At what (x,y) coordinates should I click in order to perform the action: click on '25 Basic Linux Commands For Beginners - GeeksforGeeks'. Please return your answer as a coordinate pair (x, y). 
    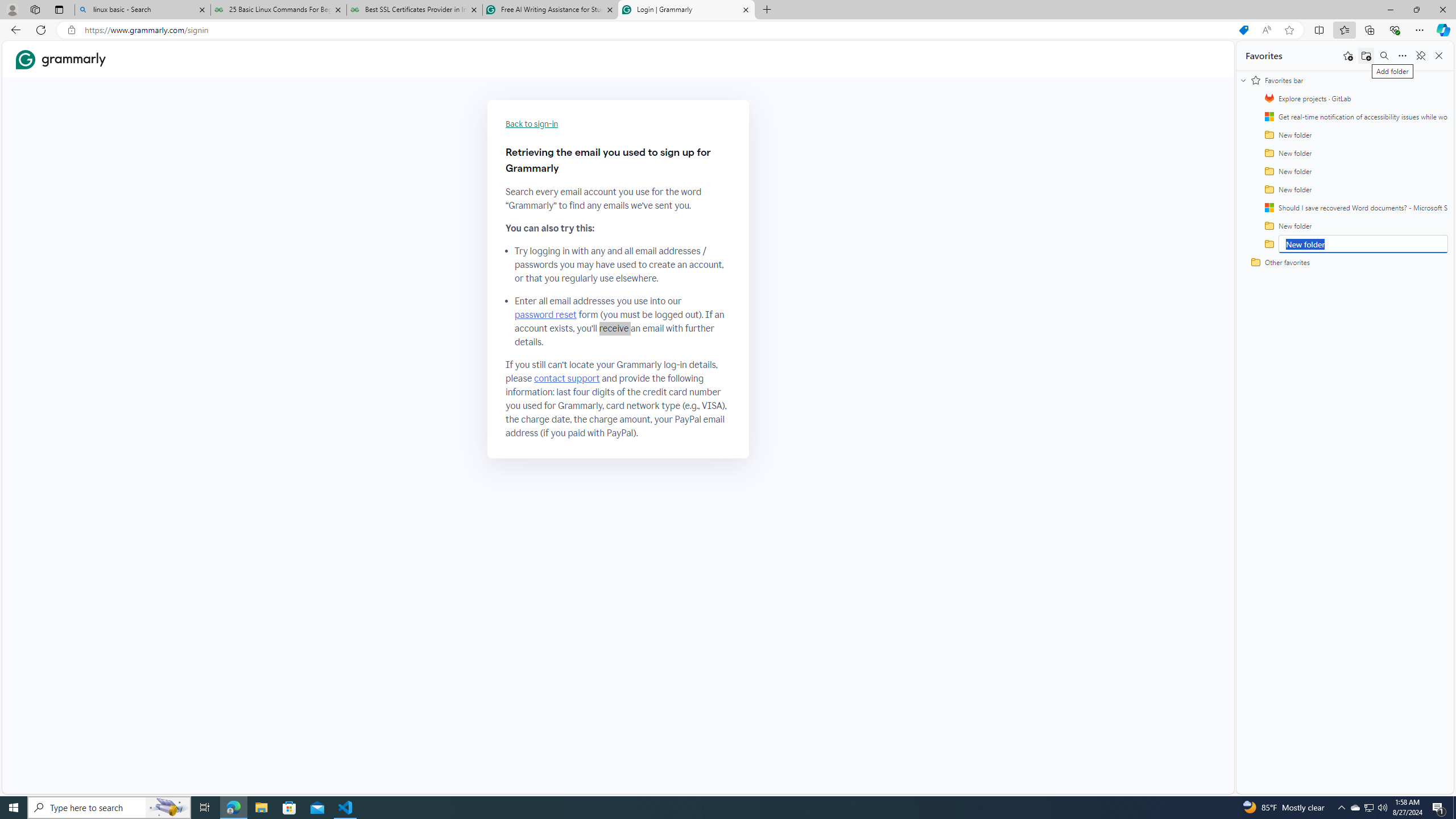
    Looking at the image, I should click on (278, 9).